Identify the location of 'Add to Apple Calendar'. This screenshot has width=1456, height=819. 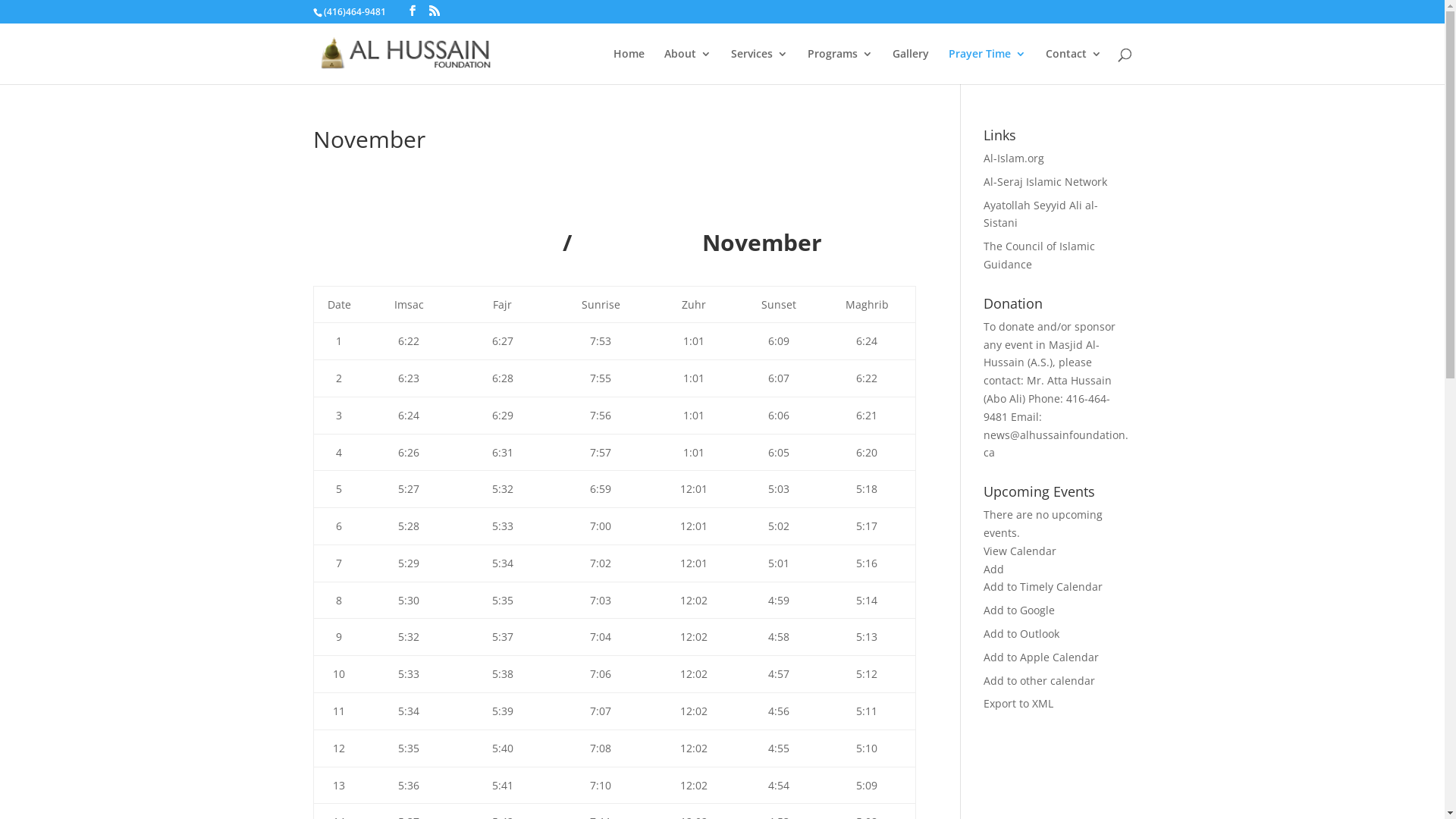
(983, 656).